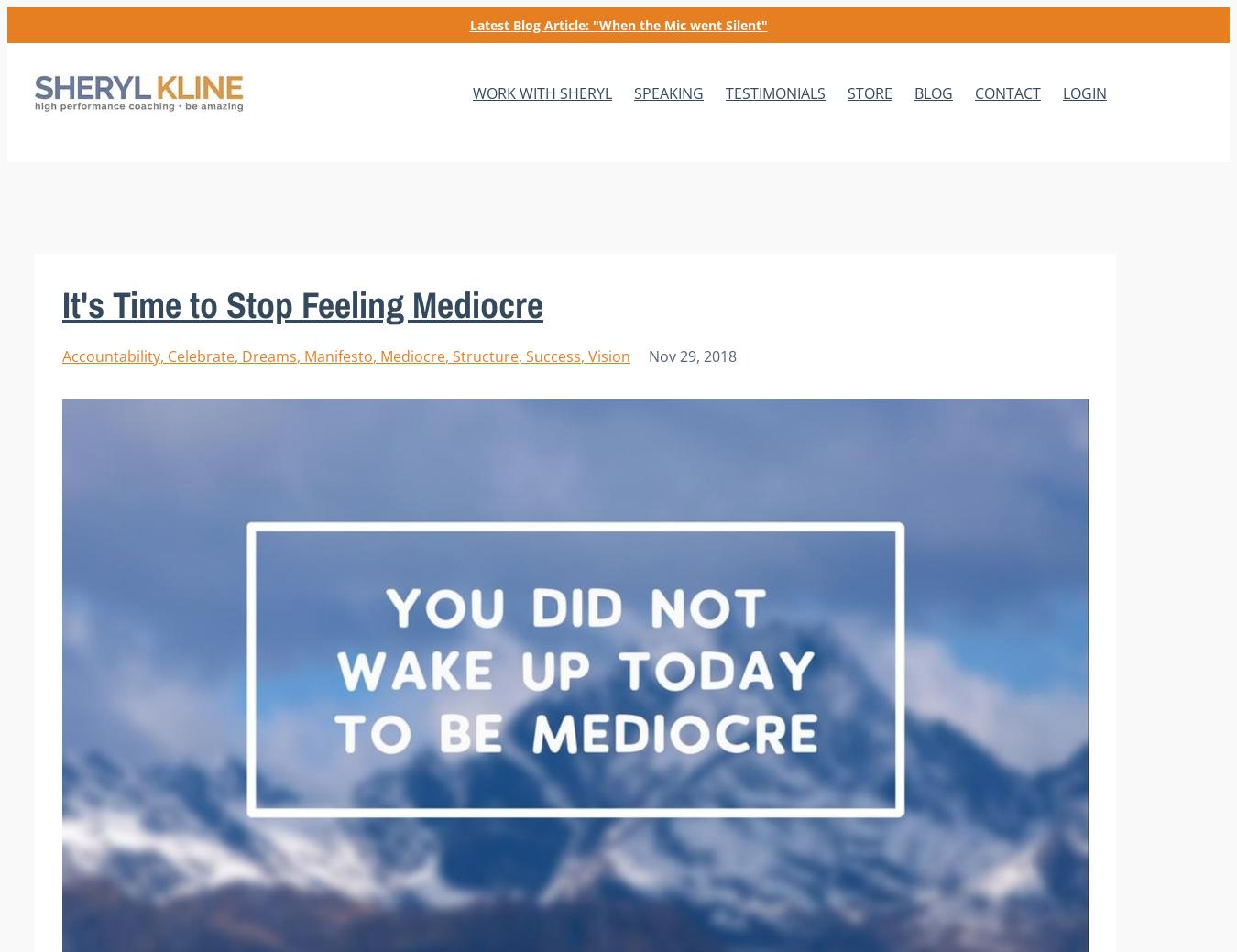 Image resolution: width=1237 pixels, height=952 pixels. I want to click on 'mediocre', so click(379, 356).